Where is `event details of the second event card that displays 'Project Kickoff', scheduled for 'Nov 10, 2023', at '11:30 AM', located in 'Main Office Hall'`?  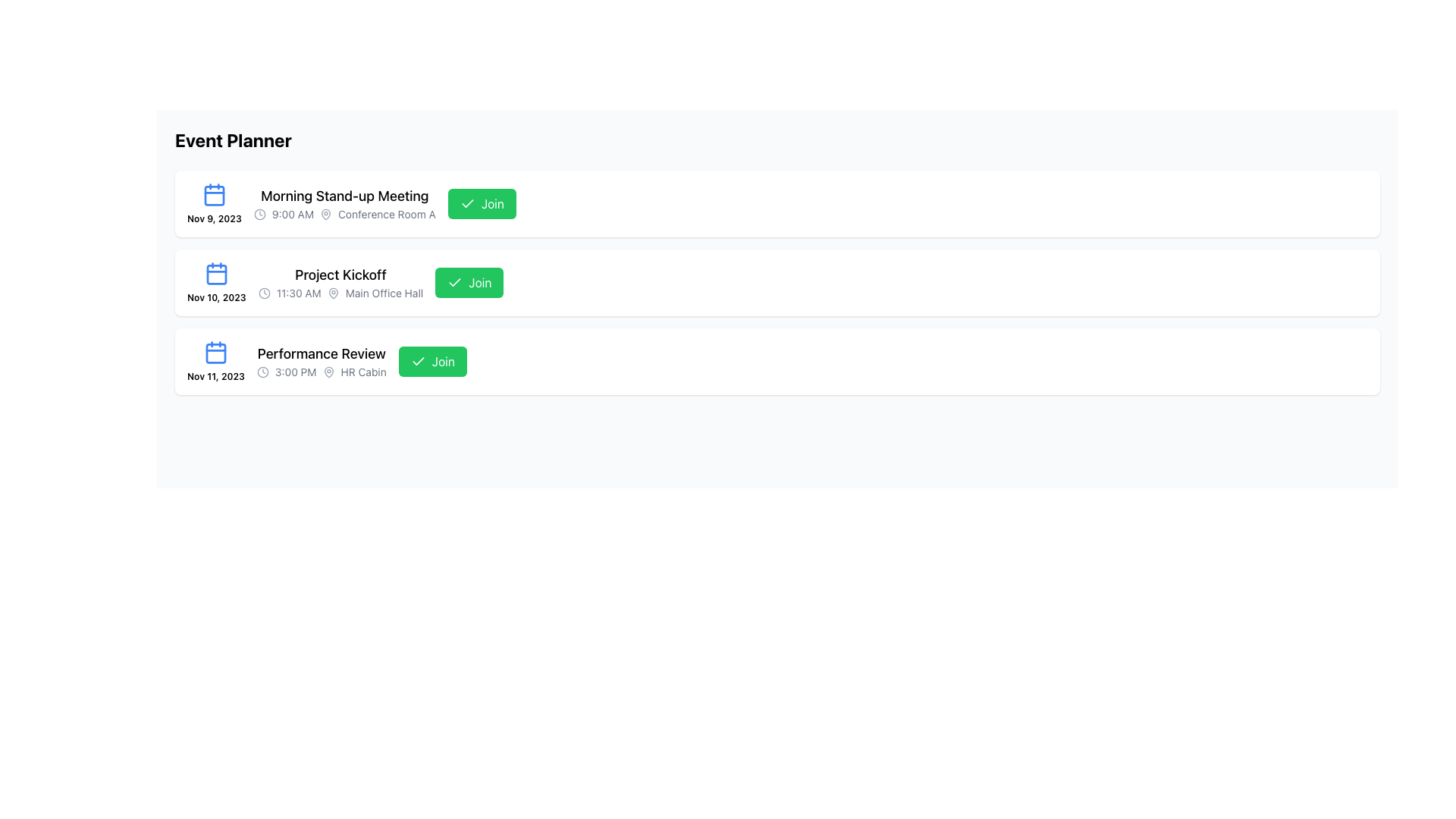 event details of the second event card that displays 'Project Kickoff', scheduled for 'Nov 10, 2023', at '11:30 AM', located in 'Main Office Hall' is located at coordinates (777, 283).